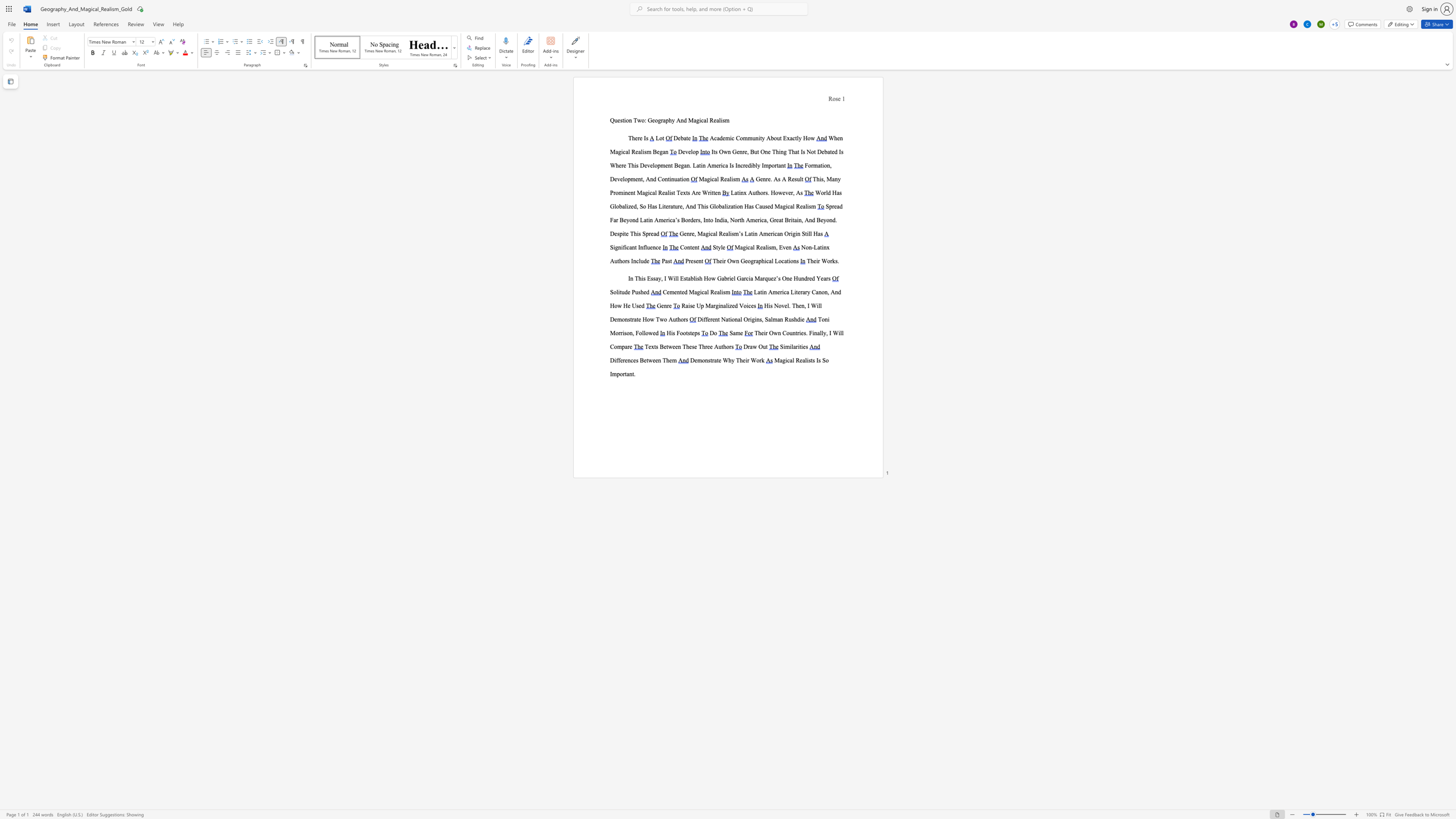 Image resolution: width=1456 pixels, height=819 pixels. I want to click on the 1th character "i" in the text, so click(822, 247).